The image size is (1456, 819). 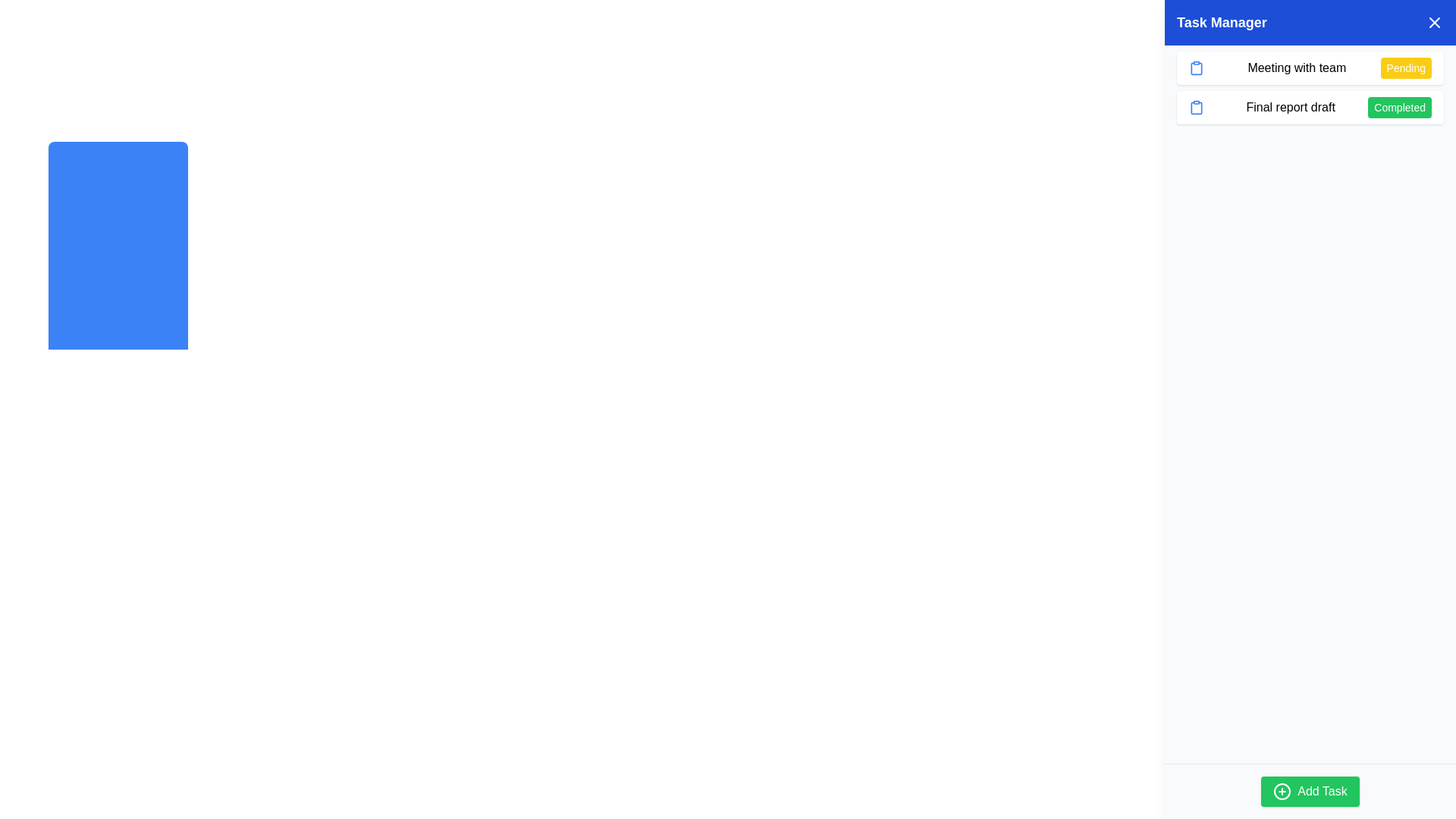 What do you see at coordinates (1196, 67) in the screenshot?
I see `the blue clipboard-shaped icon located at the leftmost side of the text 'Meeting with team' in the task list` at bounding box center [1196, 67].